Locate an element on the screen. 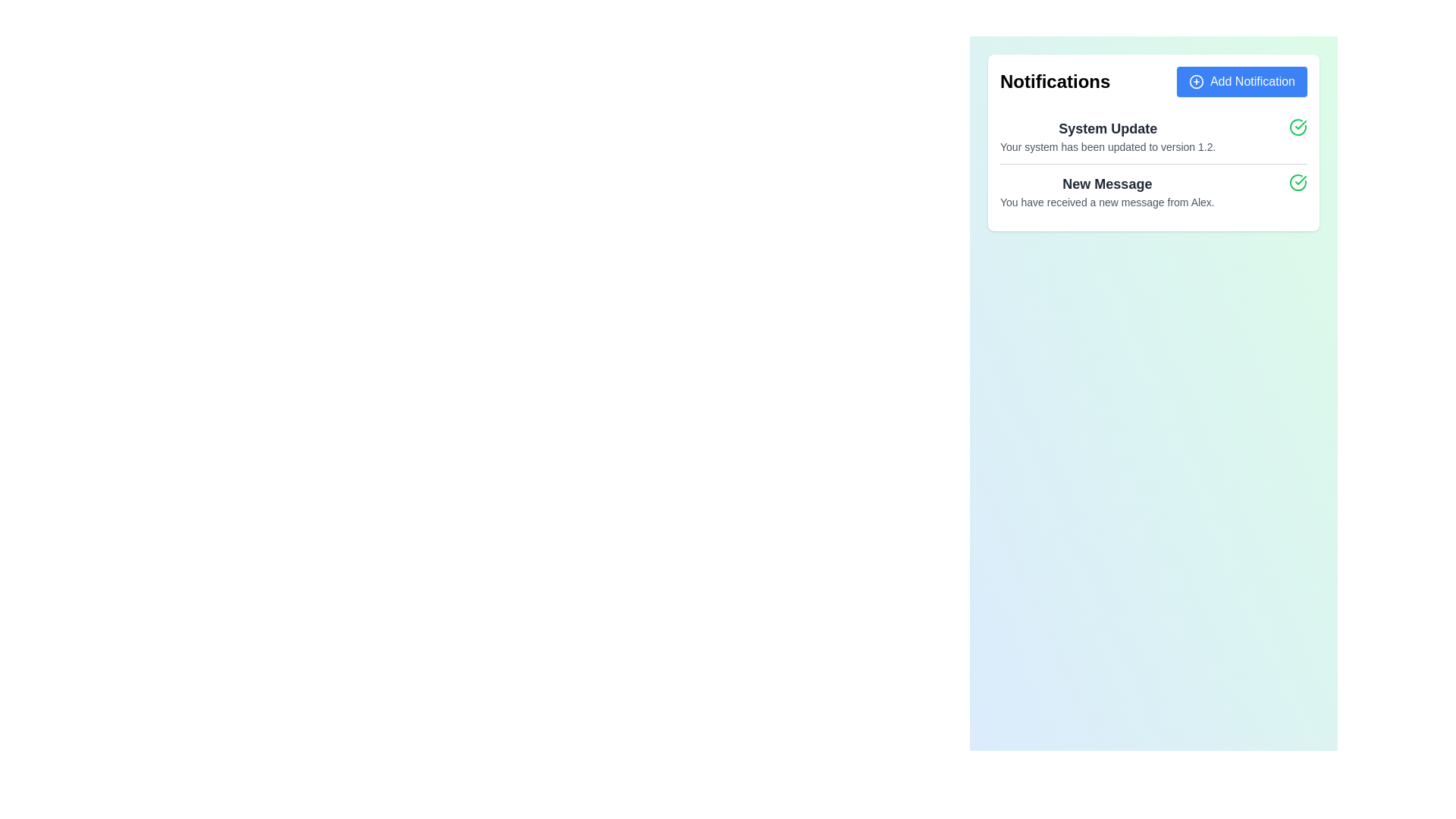  the blue 'Add Notification' button with white text and a plus sign icon is located at coordinates (1241, 82).